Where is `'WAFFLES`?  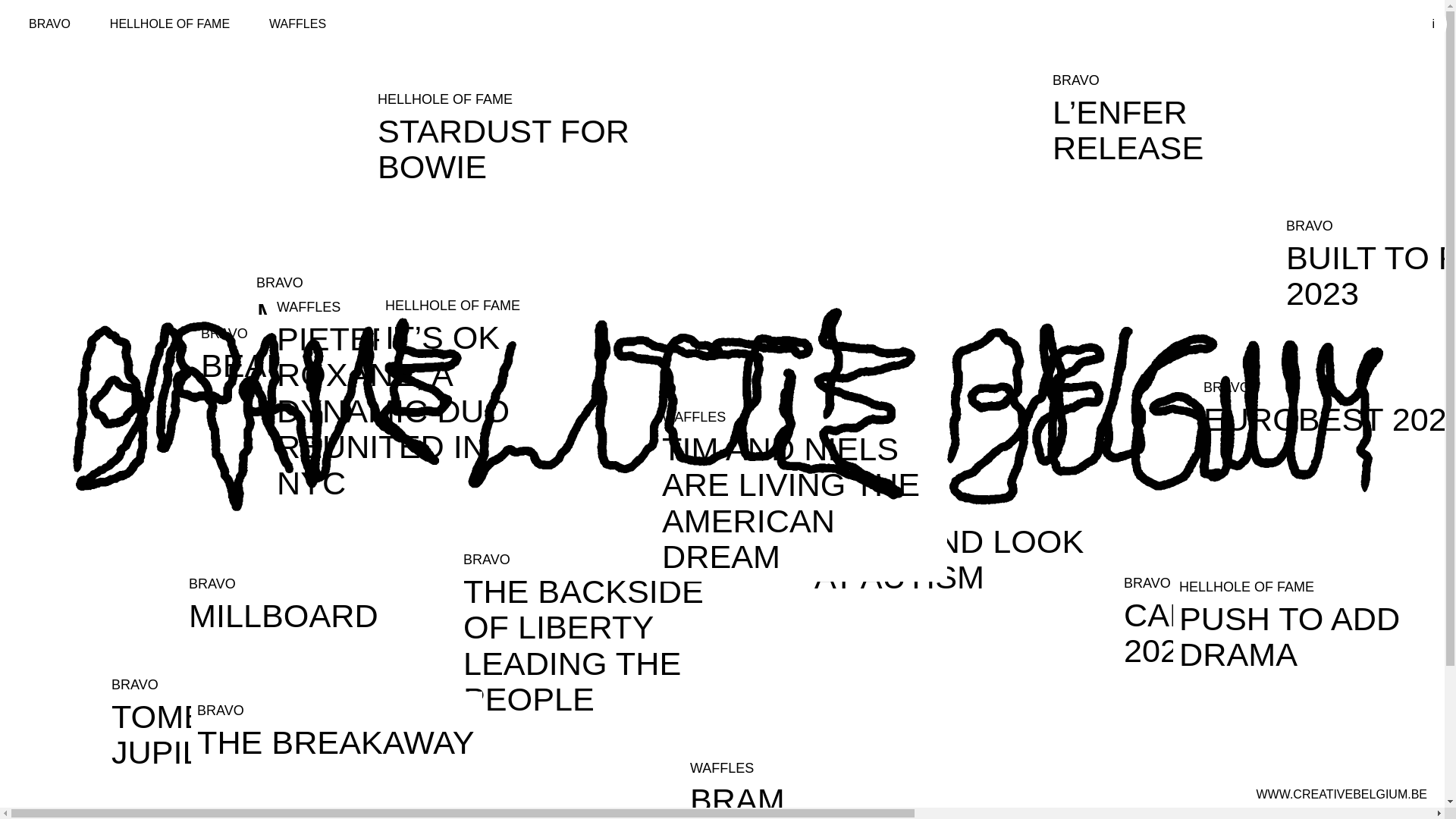 'WAFFLES is located at coordinates (270, 397).